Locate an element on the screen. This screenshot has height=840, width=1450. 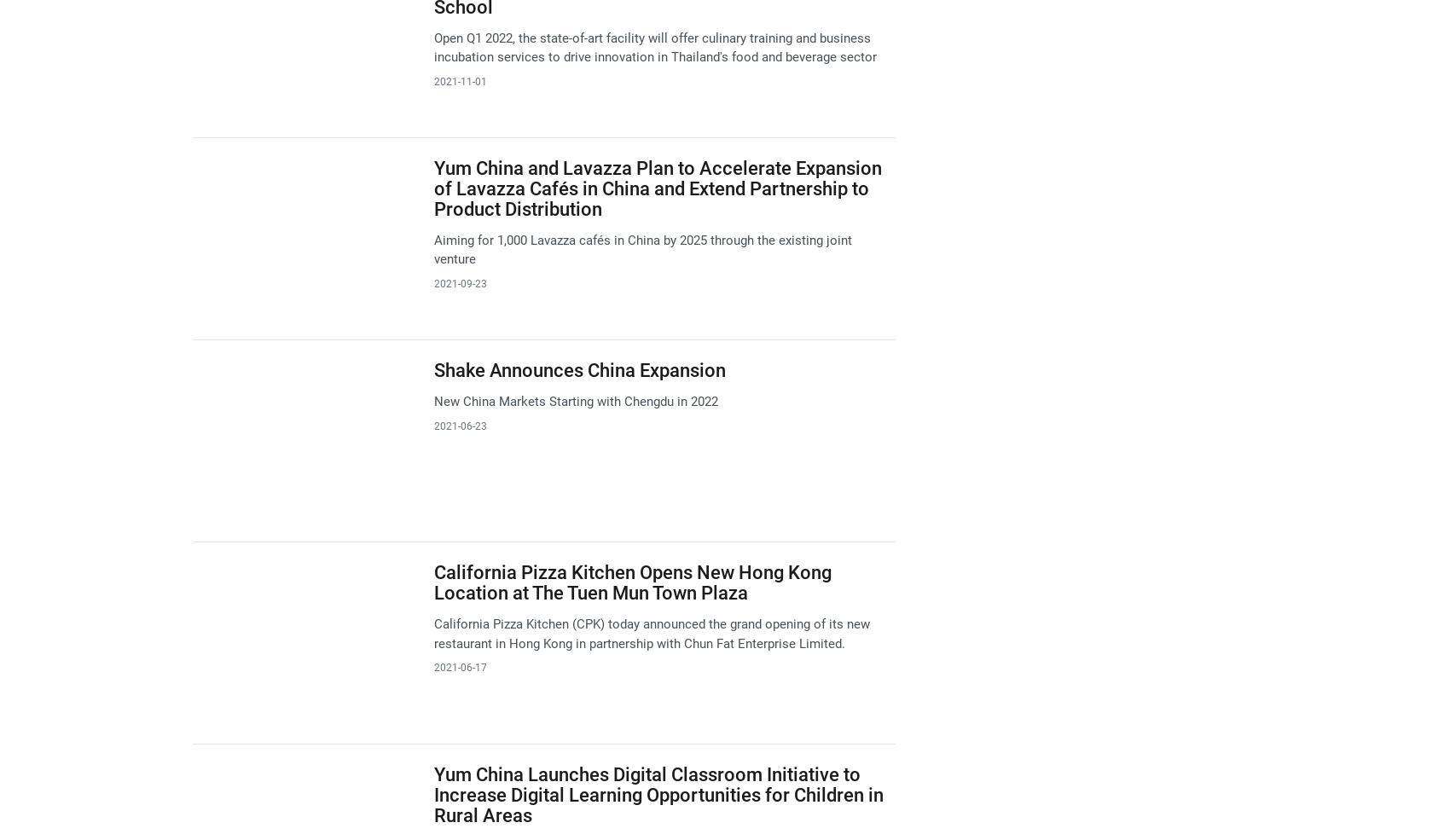
'Yum China Launches Digital Classroom Initiative to Increase Digital Learning Opportunities for Children in Rural Areas' is located at coordinates (657, 794).